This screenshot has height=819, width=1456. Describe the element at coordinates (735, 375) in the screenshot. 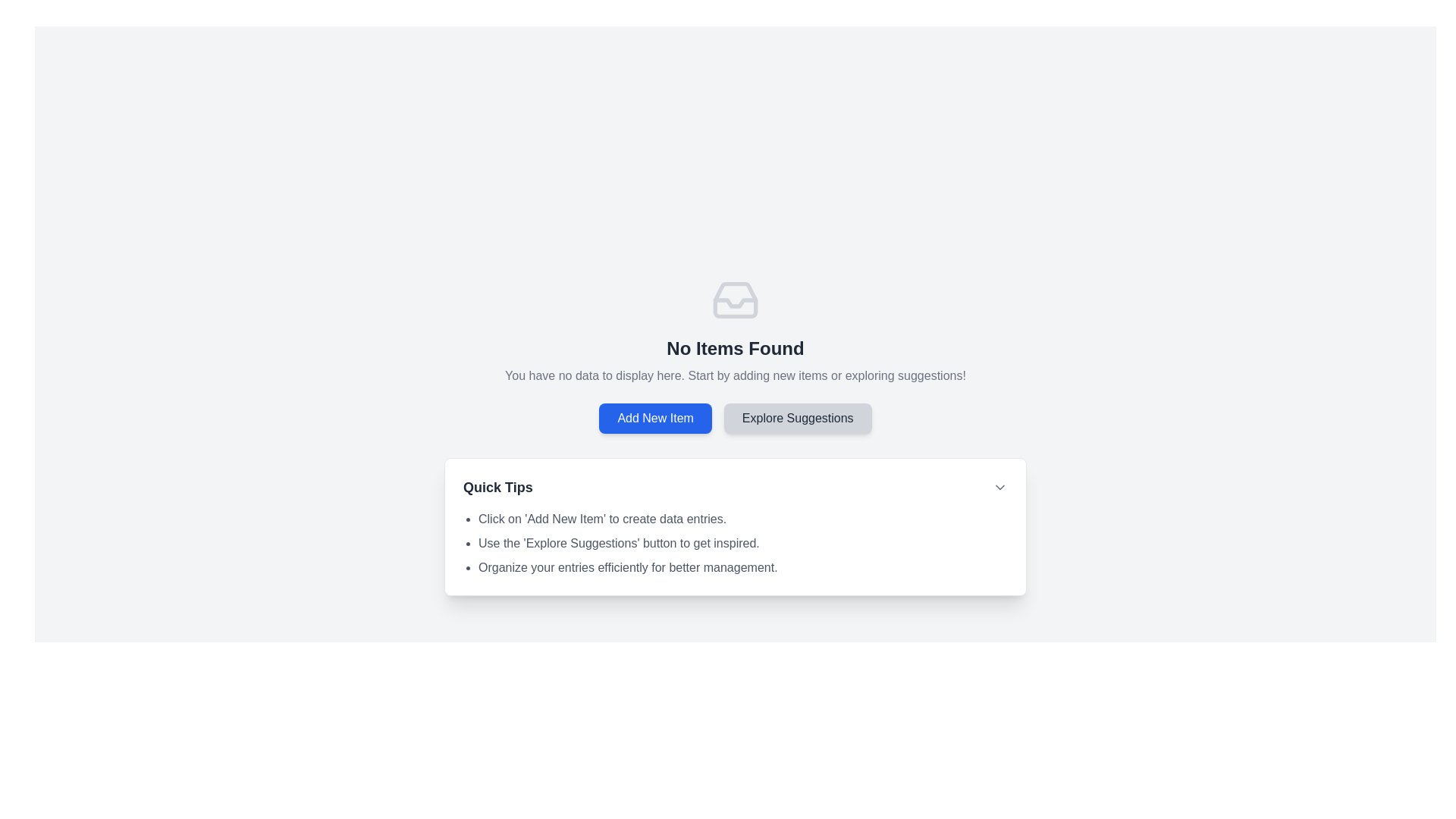

I see `the descriptive text element located directly below the 'No Items Found' message, which provides guidance for adding or exploring new data` at that location.